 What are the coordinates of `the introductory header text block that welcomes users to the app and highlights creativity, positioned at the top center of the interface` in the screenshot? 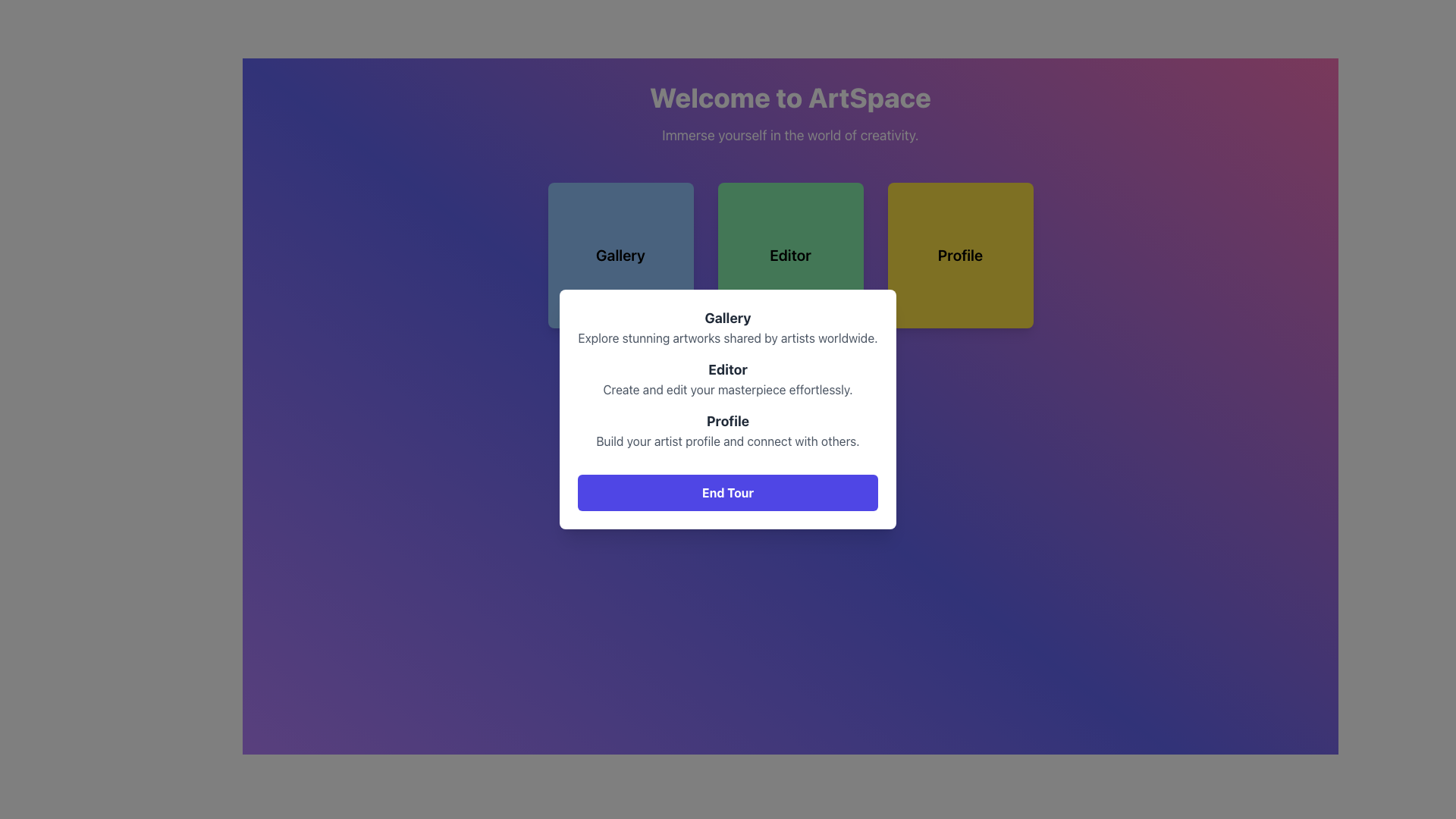 It's located at (789, 113).